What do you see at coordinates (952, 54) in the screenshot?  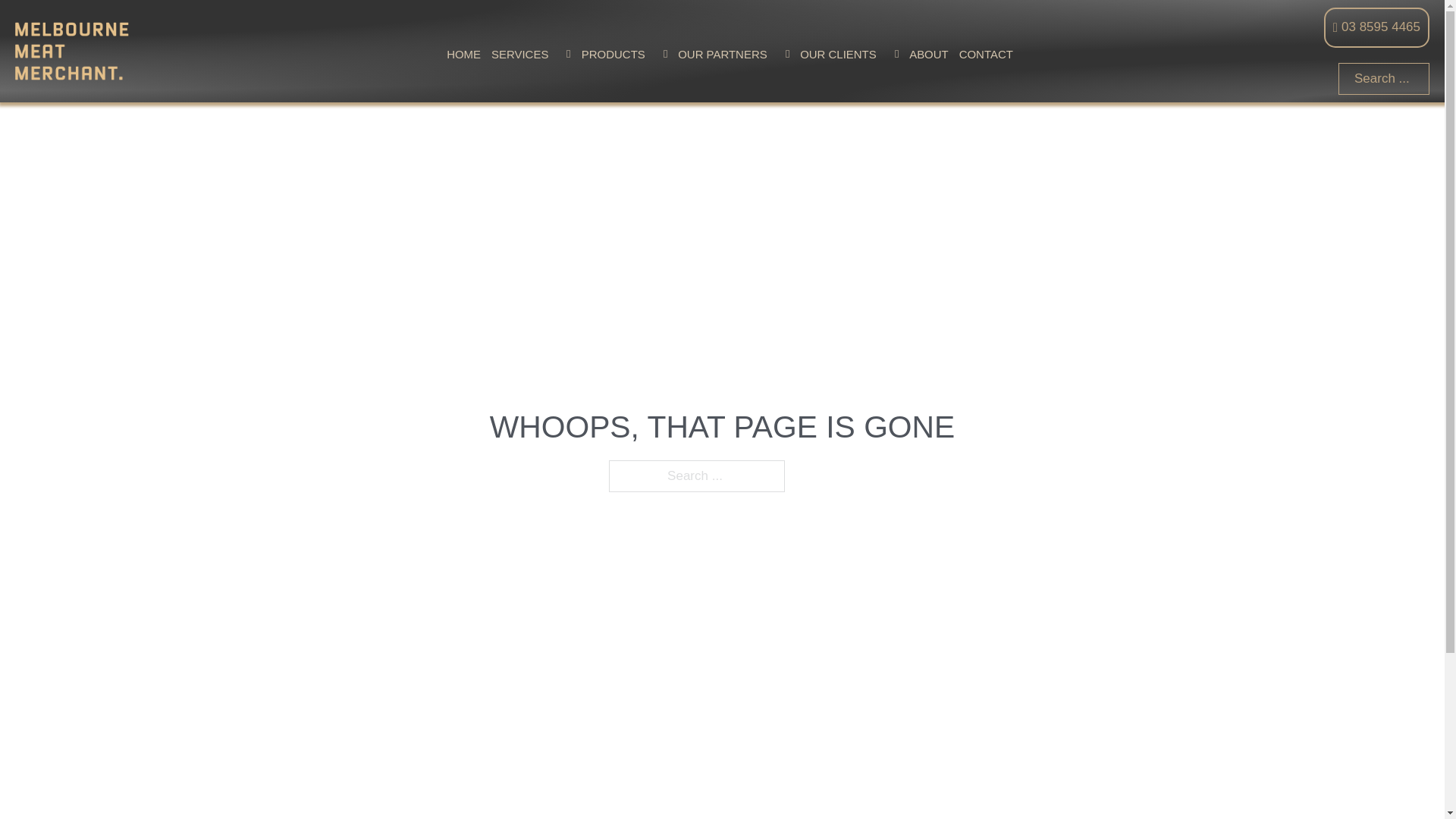 I see `'CONTACT'` at bounding box center [952, 54].